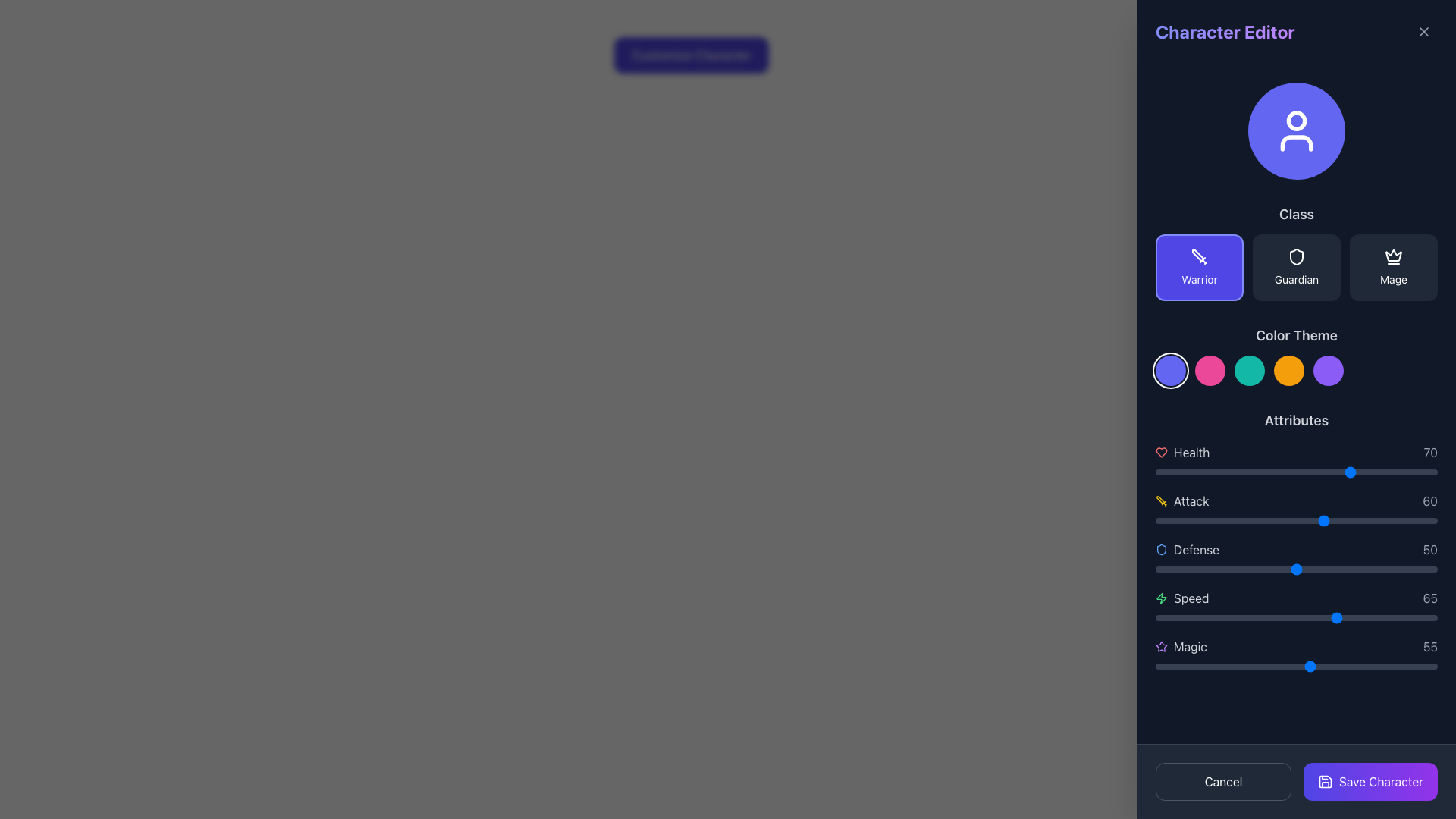 The height and width of the screenshot is (819, 1456). What do you see at coordinates (1160, 452) in the screenshot?
I see `the health attribute icon located in the 'Attributes' section of the right-side panel, positioned to the left of the 'Health' textual indicator` at bounding box center [1160, 452].